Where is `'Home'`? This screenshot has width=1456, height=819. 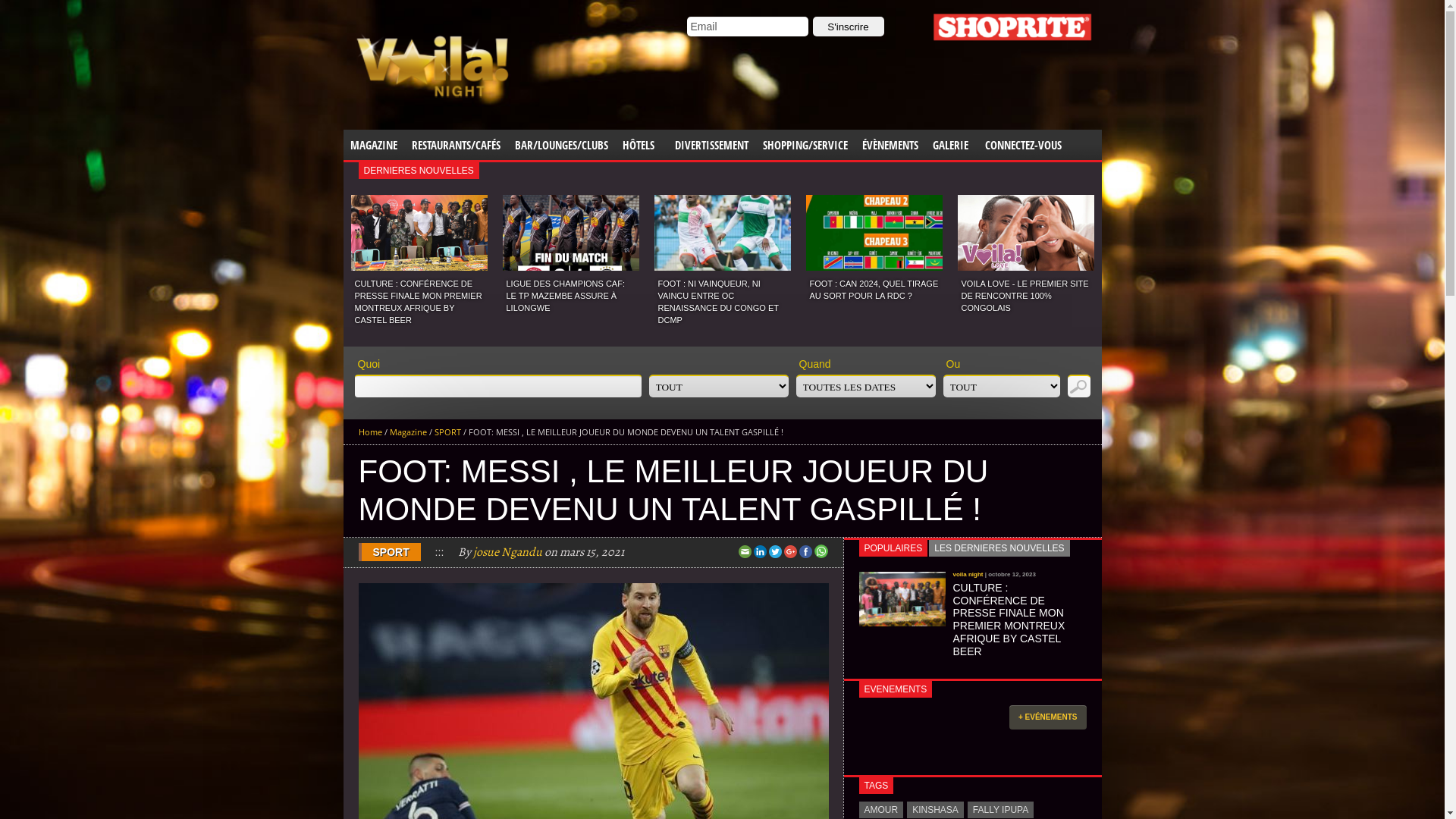
'Home' is located at coordinates (356, 431).